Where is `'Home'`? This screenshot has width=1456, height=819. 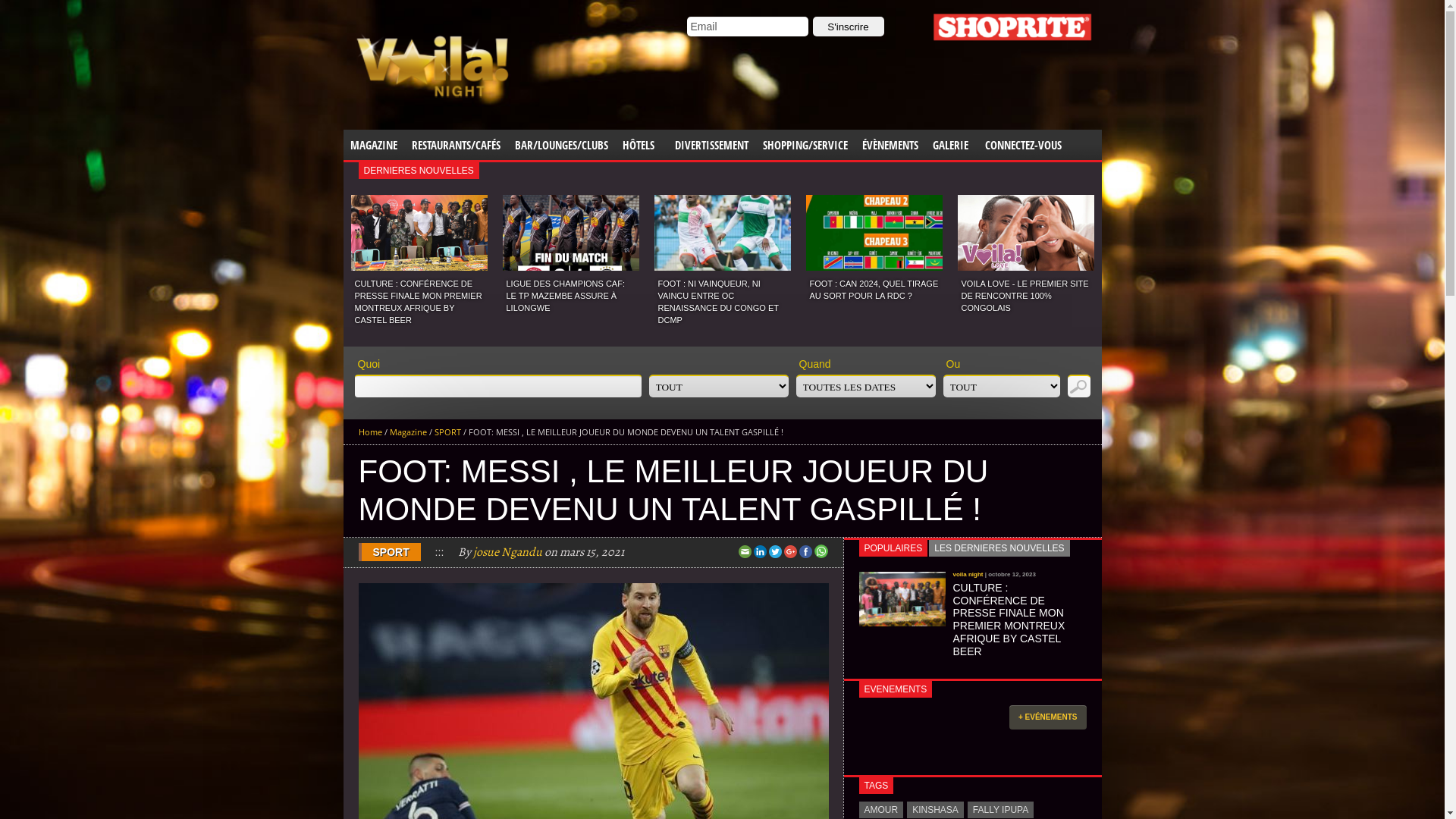
'Home' is located at coordinates (356, 431).